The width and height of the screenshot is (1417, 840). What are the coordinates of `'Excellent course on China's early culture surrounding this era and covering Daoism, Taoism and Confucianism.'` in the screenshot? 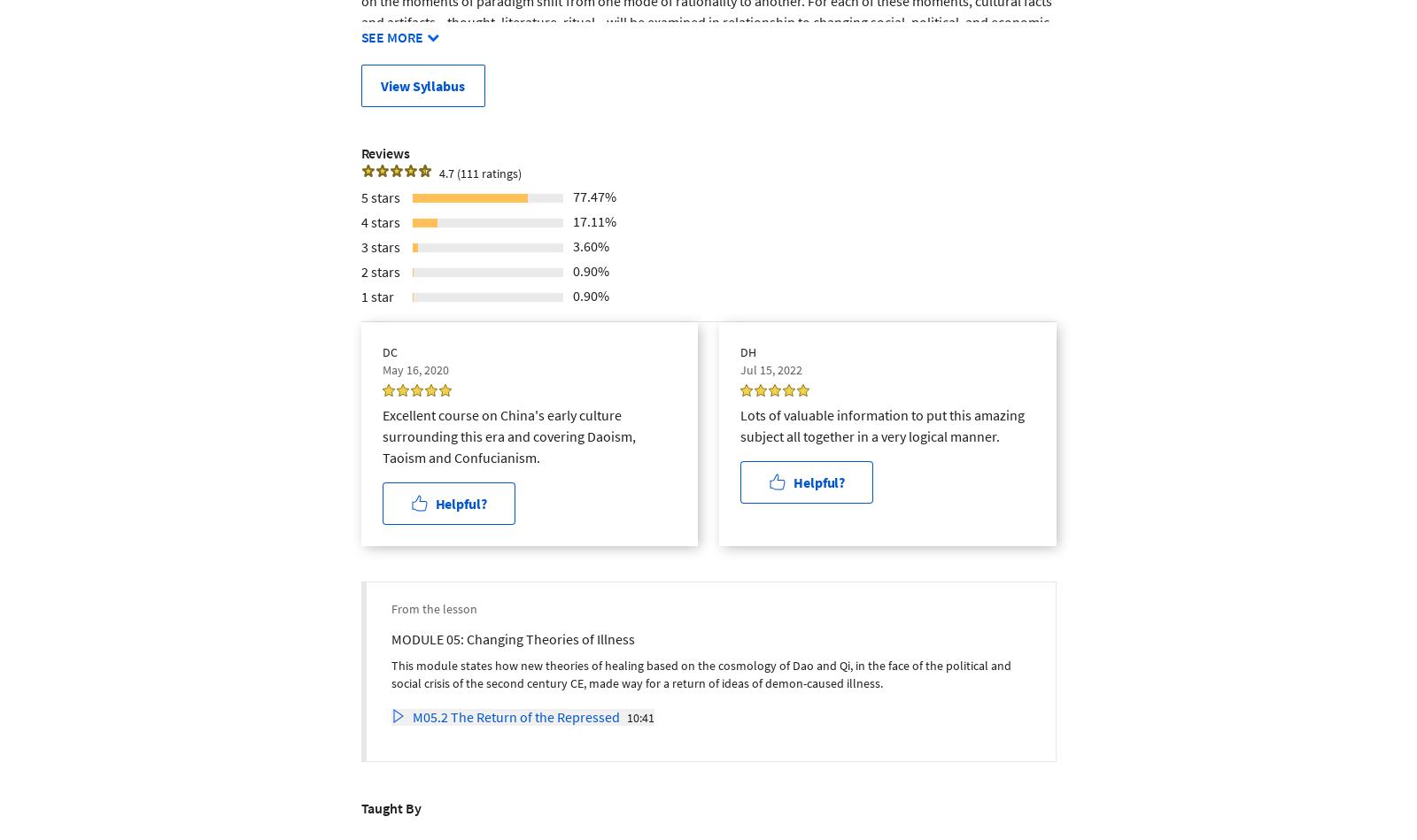 It's located at (507, 434).